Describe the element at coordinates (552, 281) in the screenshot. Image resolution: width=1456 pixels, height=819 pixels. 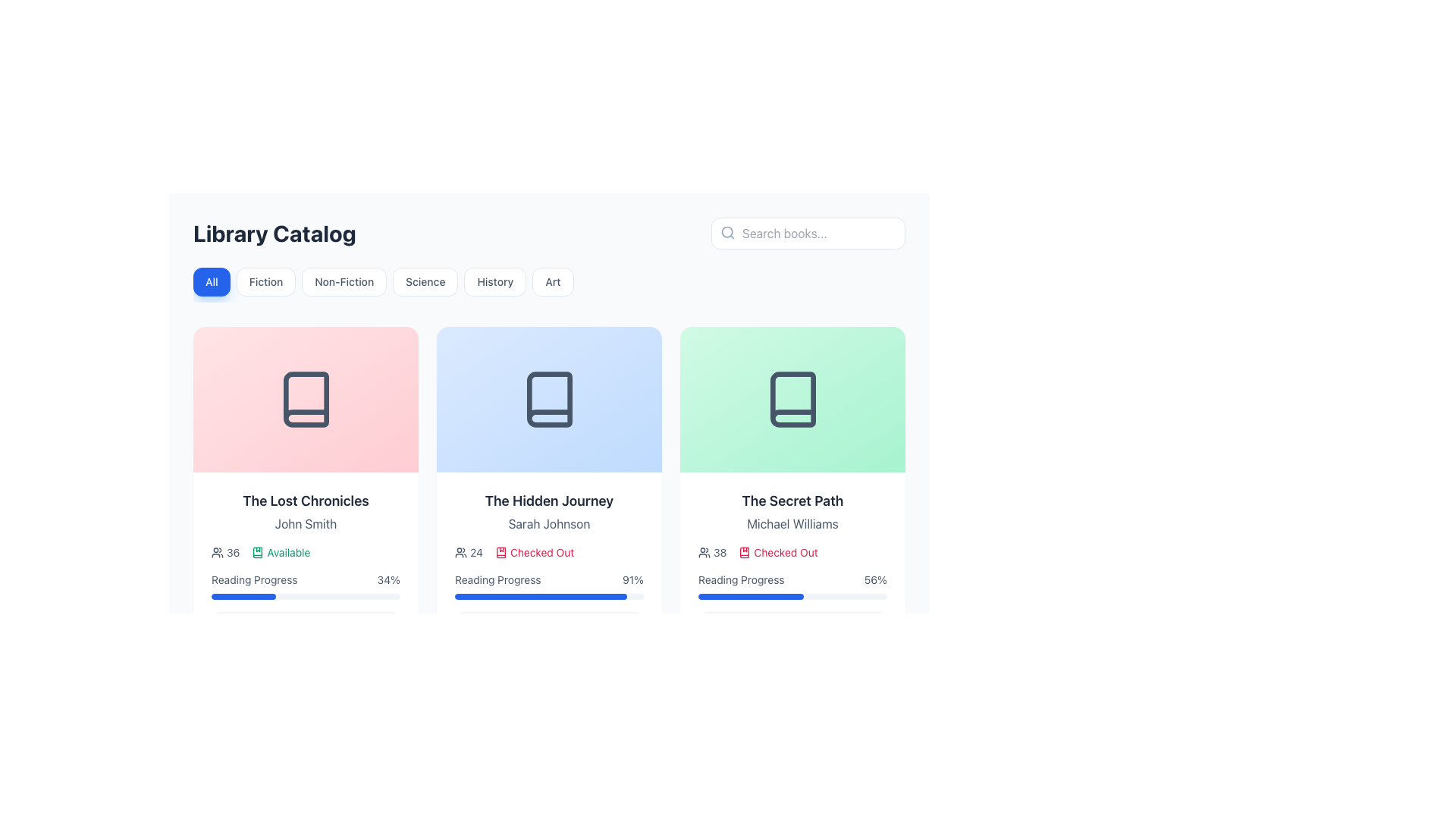
I see `the 'Art' filter button, which is the last button in a horizontal group of six buttons, to filter content on the page` at that location.